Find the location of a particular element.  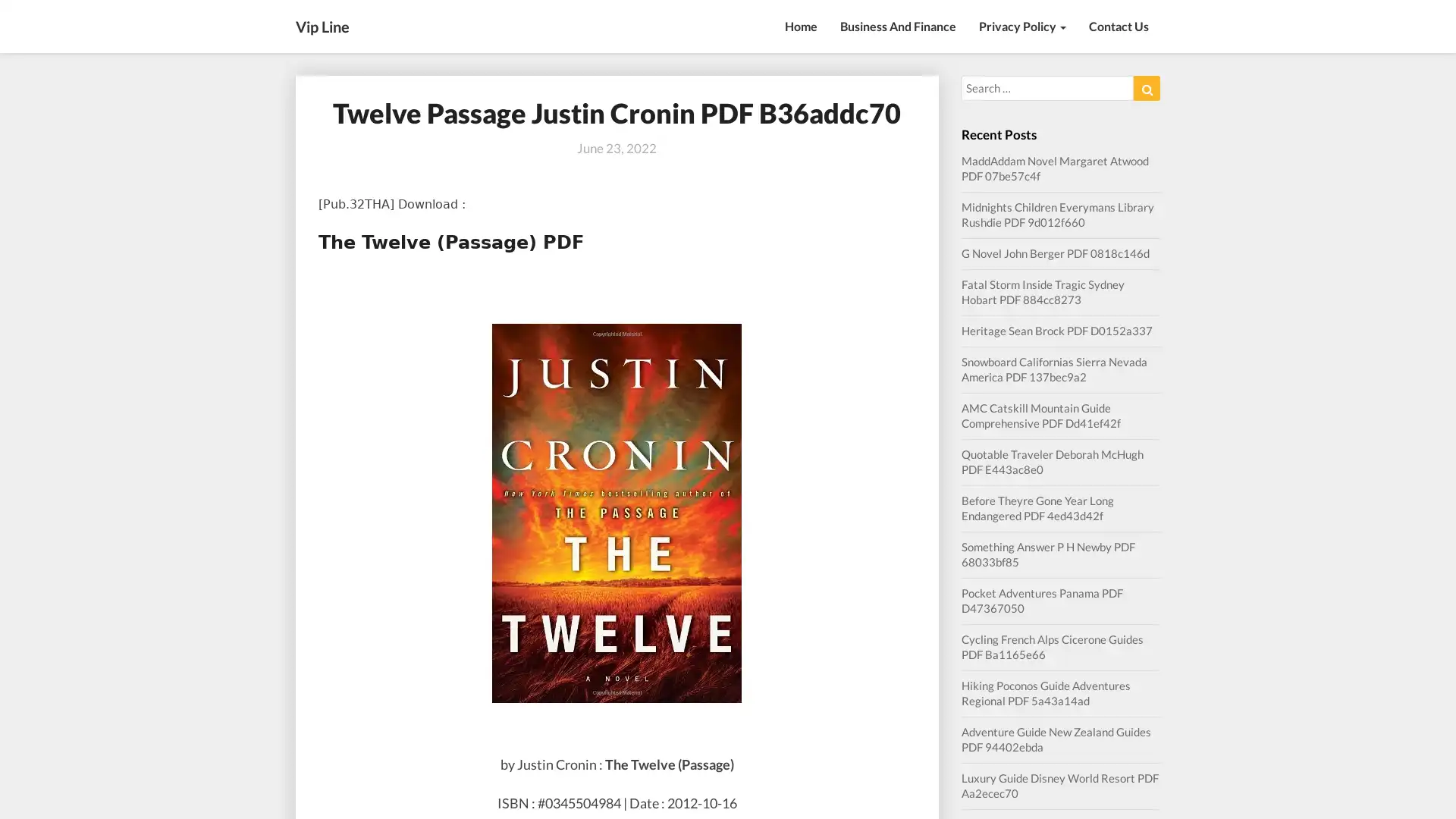

Search is located at coordinates (1147, 88).